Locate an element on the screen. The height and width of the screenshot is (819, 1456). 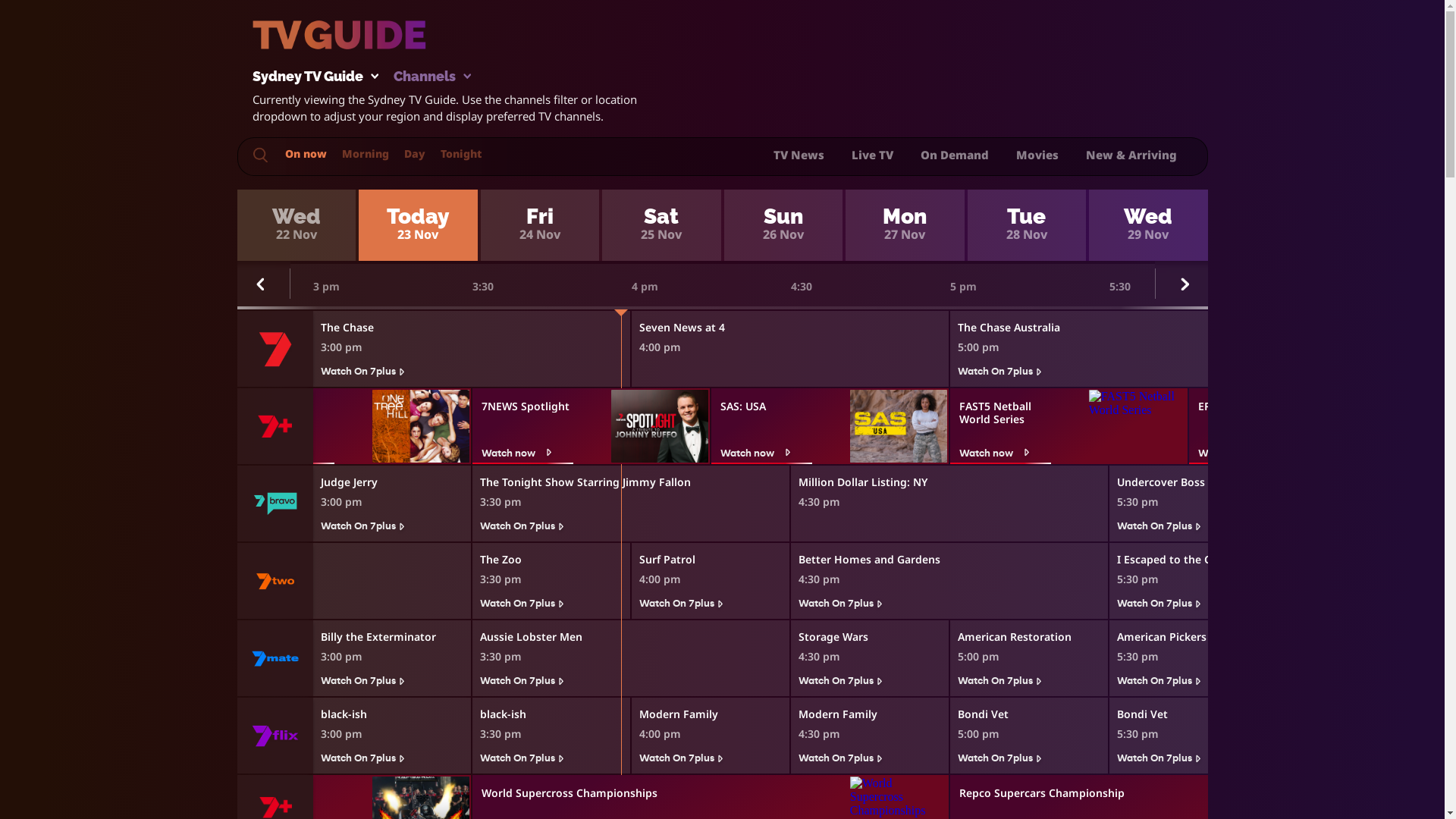
'Repco Supercars Championship' is located at coordinates (1052, 789).